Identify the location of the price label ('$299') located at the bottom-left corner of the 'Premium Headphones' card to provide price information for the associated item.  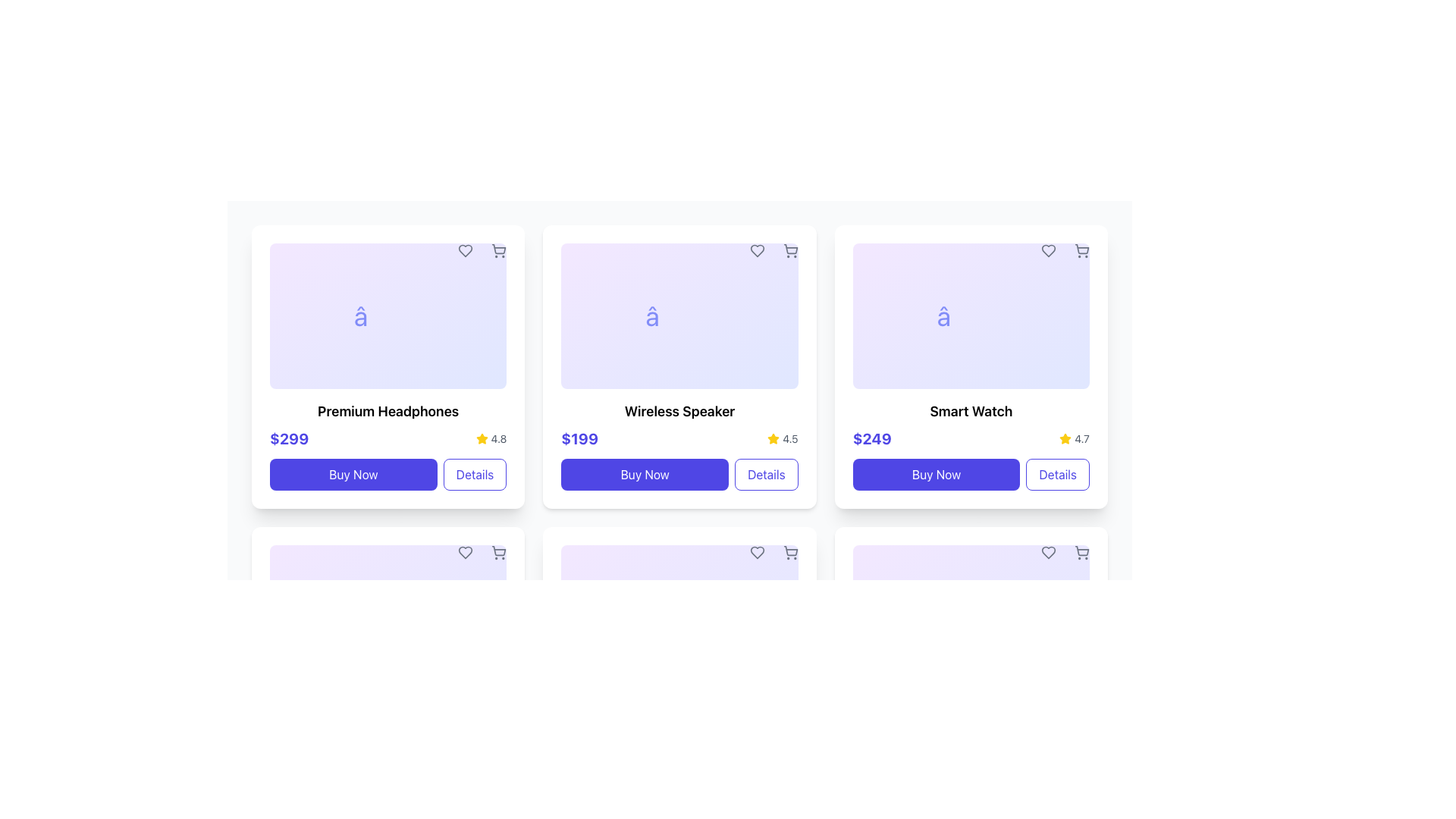
(289, 438).